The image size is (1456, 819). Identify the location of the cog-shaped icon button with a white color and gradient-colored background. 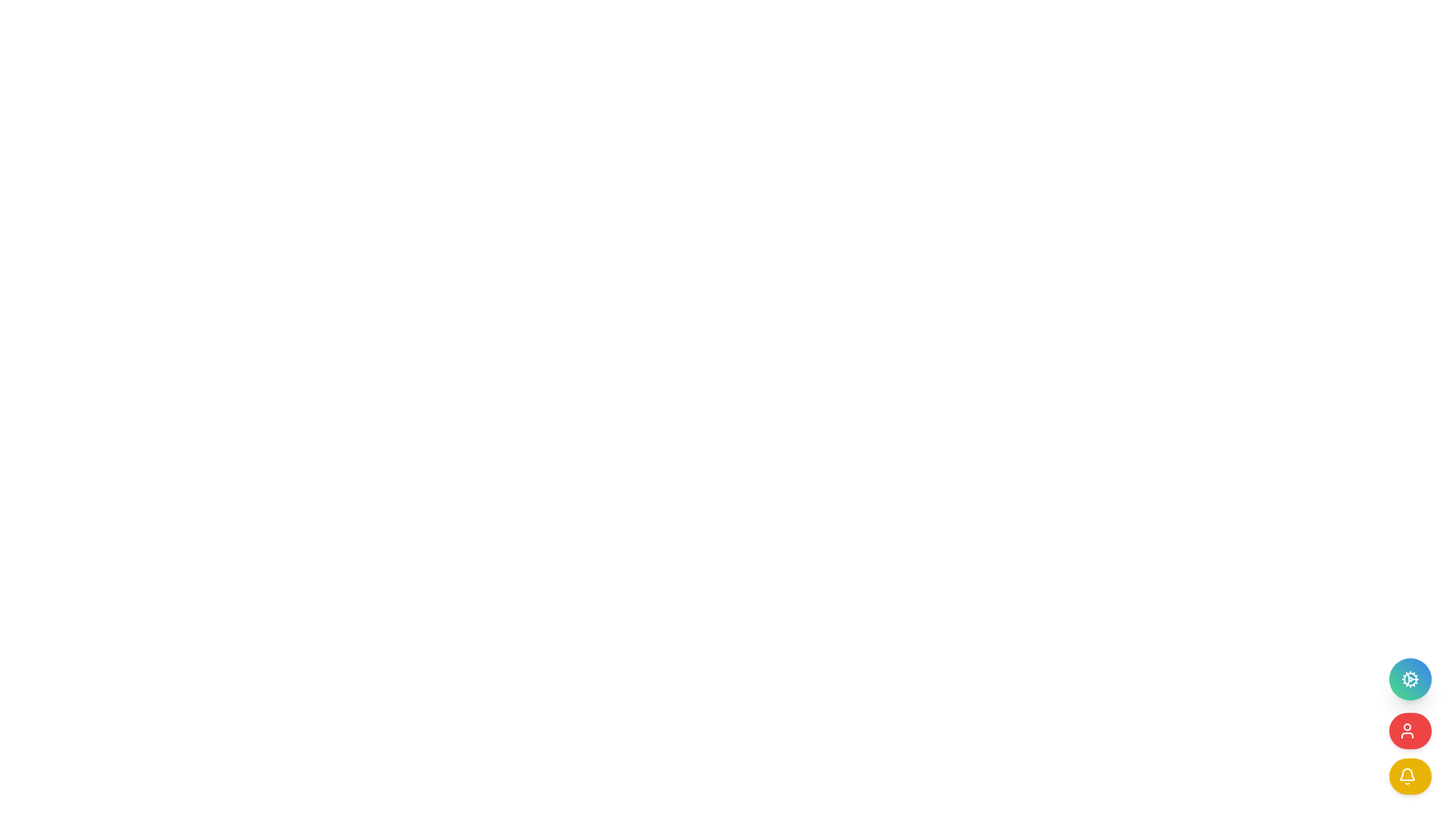
(1410, 678).